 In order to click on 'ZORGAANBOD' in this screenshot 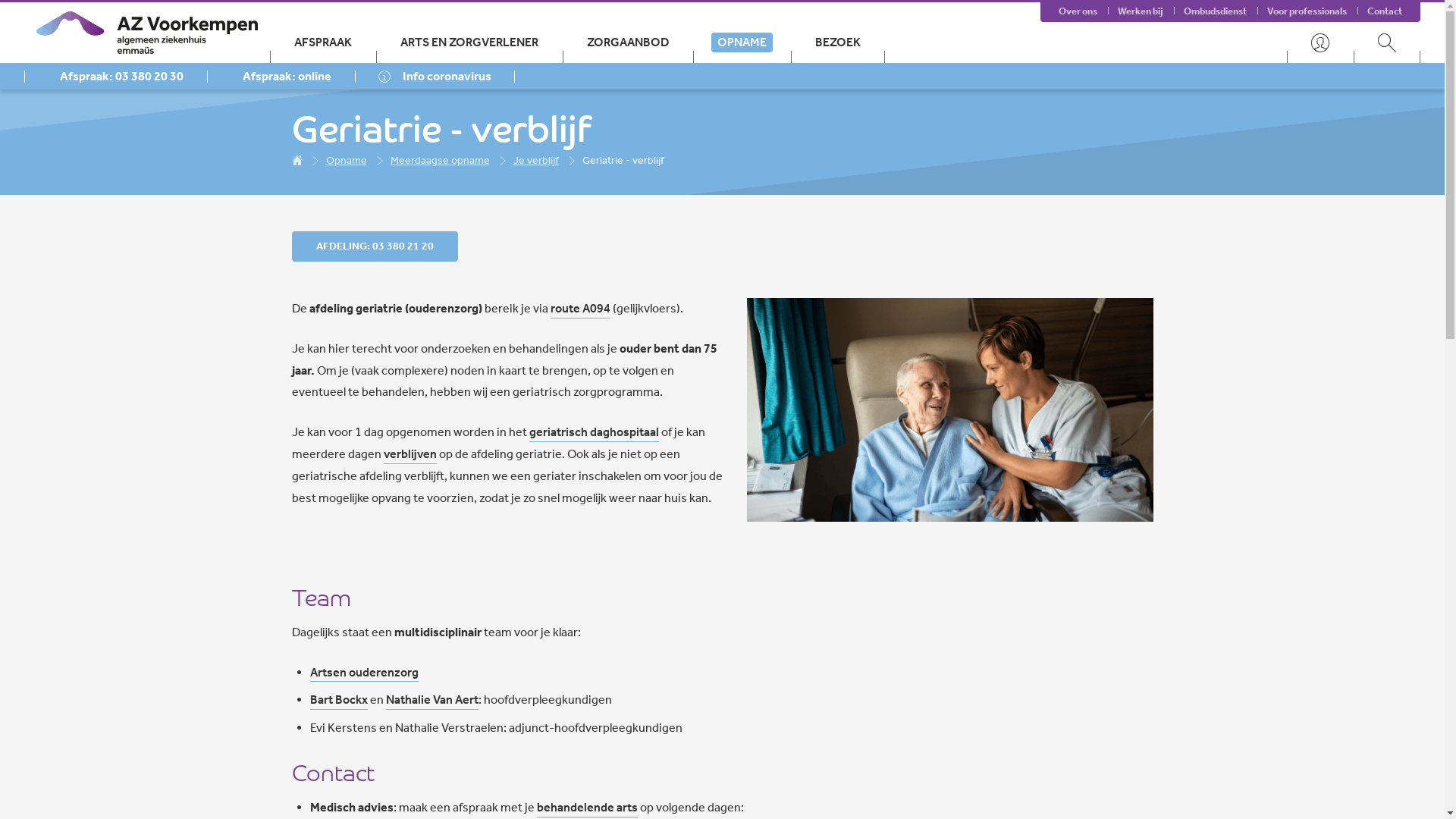, I will do `click(628, 42)`.